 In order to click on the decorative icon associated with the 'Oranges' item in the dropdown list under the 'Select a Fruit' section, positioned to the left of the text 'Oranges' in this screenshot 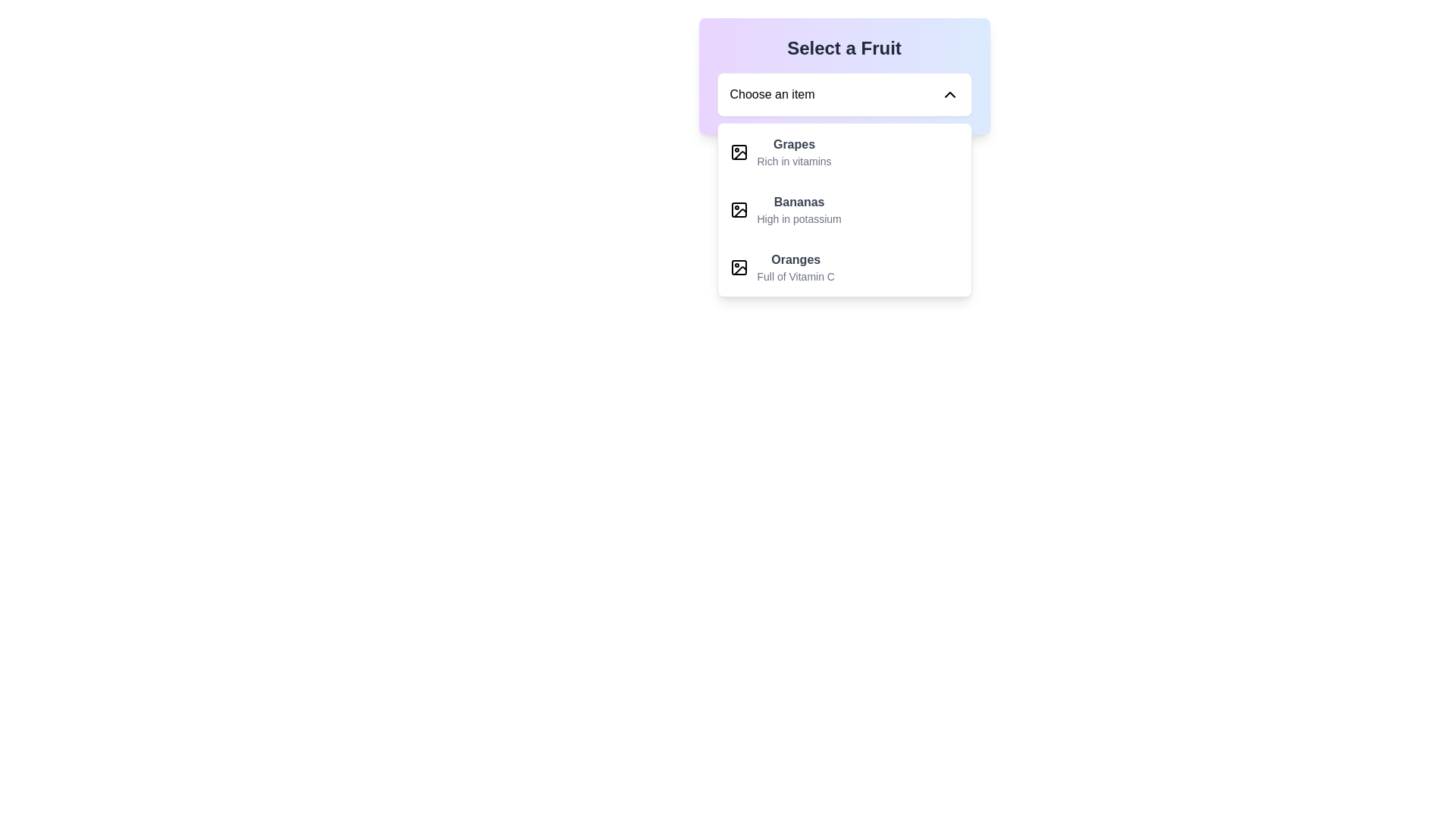, I will do `click(739, 267)`.